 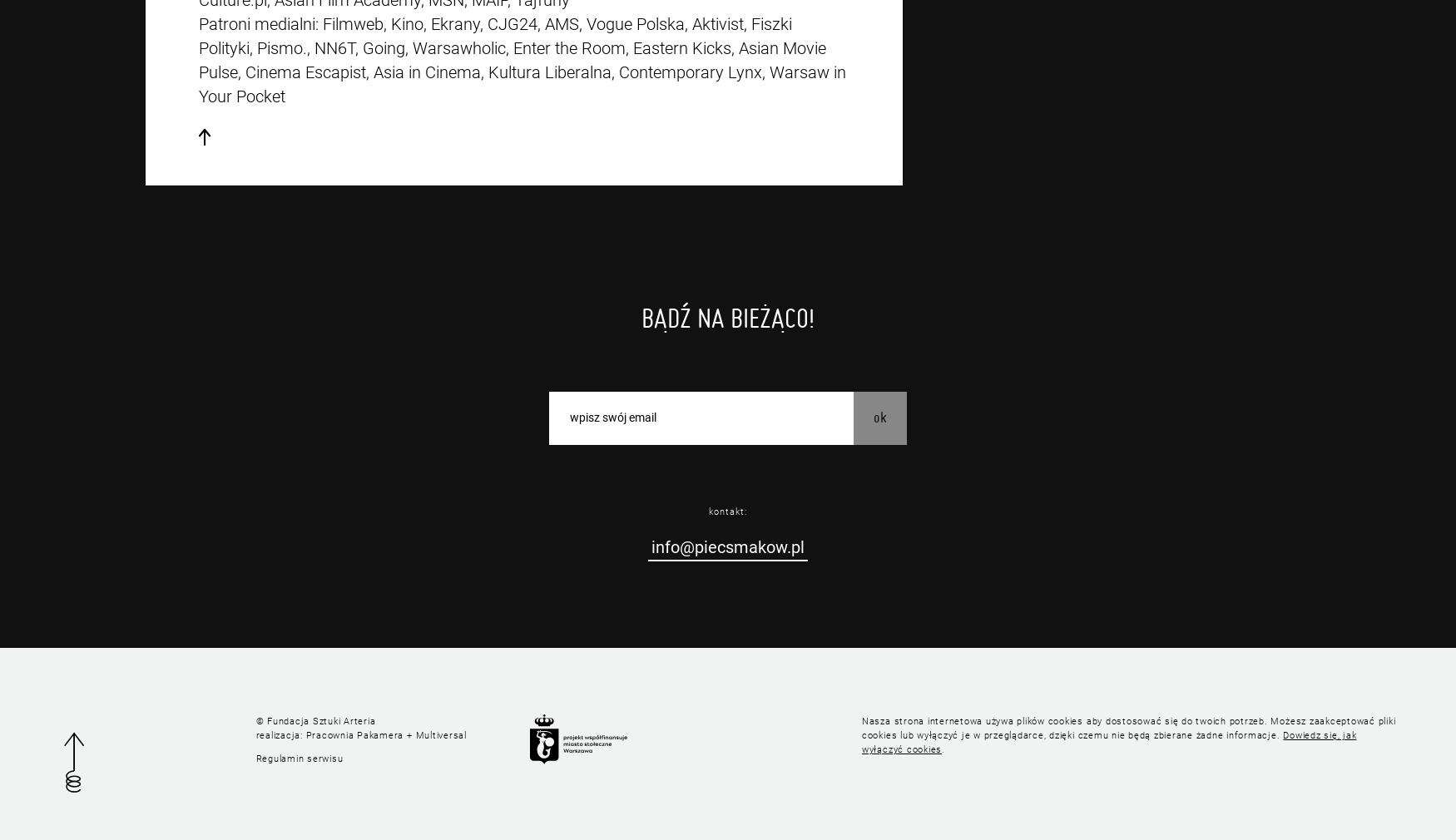 What do you see at coordinates (254, 758) in the screenshot?
I see `'Regulamin serwisu'` at bounding box center [254, 758].